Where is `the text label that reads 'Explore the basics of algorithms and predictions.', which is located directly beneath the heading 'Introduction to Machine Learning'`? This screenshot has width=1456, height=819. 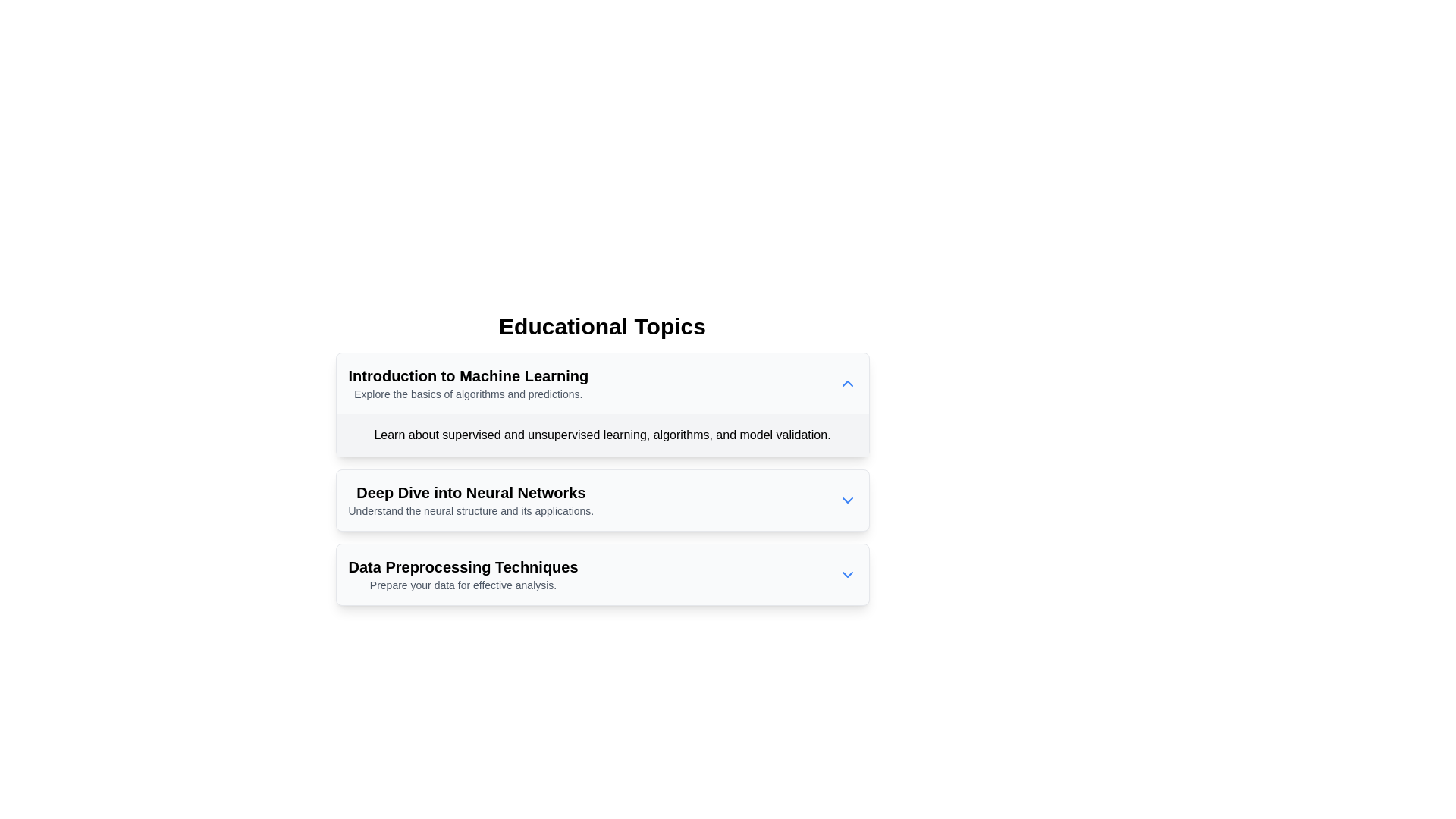
the text label that reads 'Explore the basics of algorithms and predictions.', which is located directly beneath the heading 'Introduction to Machine Learning' is located at coordinates (467, 394).